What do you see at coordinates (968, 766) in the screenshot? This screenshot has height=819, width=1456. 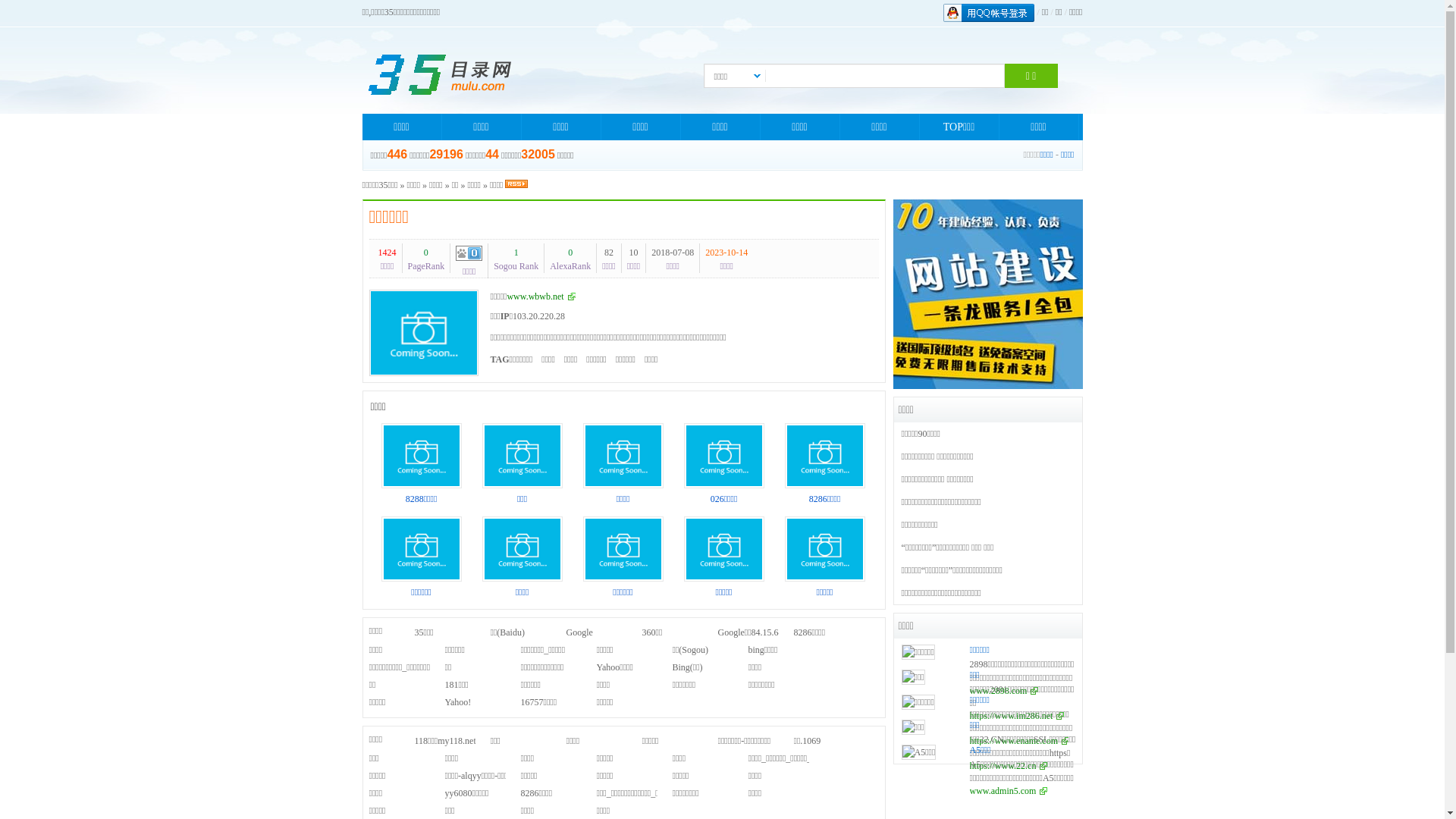 I see `'https://www.22.cn'` at bounding box center [968, 766].